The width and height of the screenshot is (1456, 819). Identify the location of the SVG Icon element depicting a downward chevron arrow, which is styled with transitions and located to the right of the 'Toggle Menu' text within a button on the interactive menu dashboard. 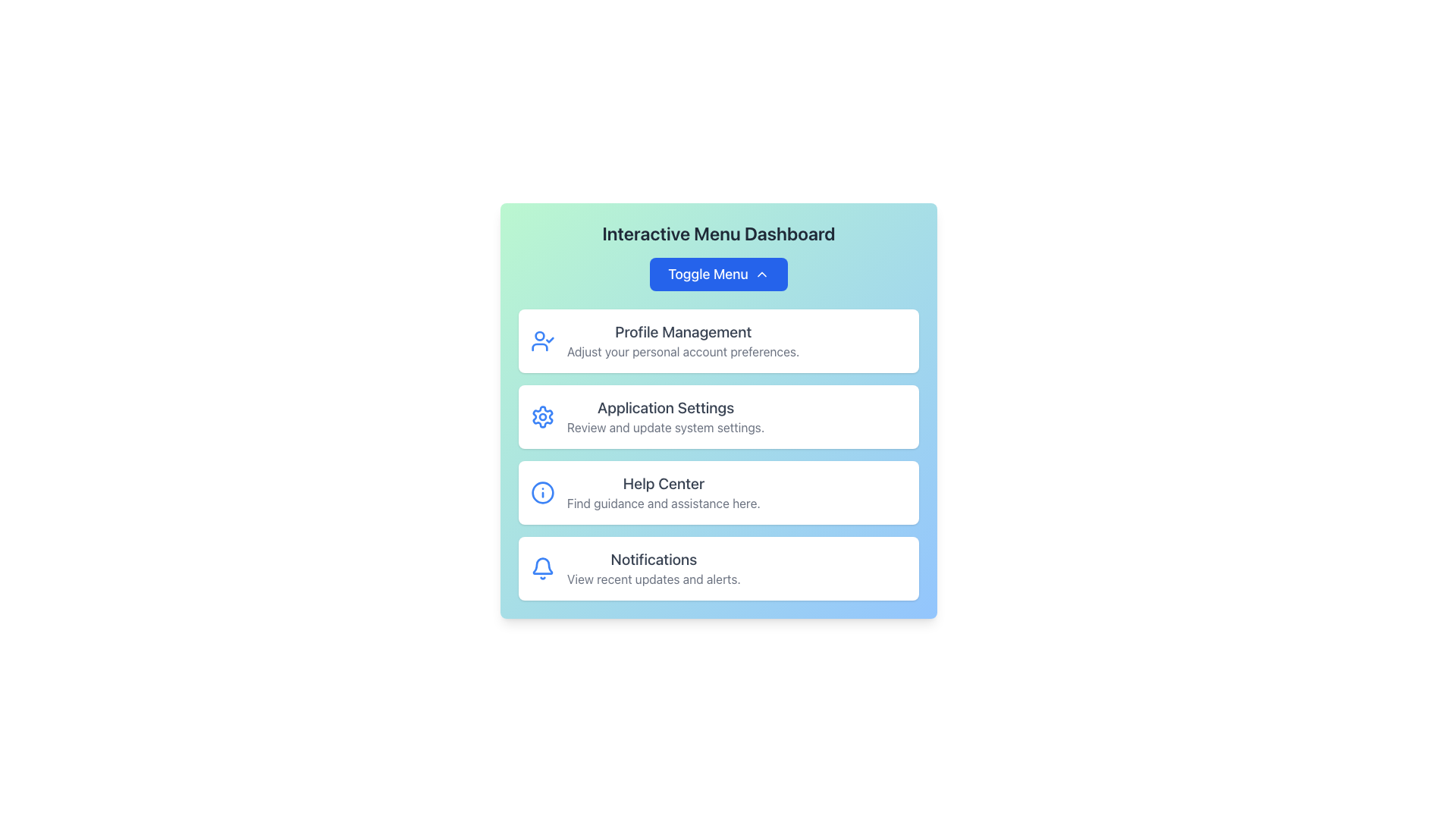
(761, 275).